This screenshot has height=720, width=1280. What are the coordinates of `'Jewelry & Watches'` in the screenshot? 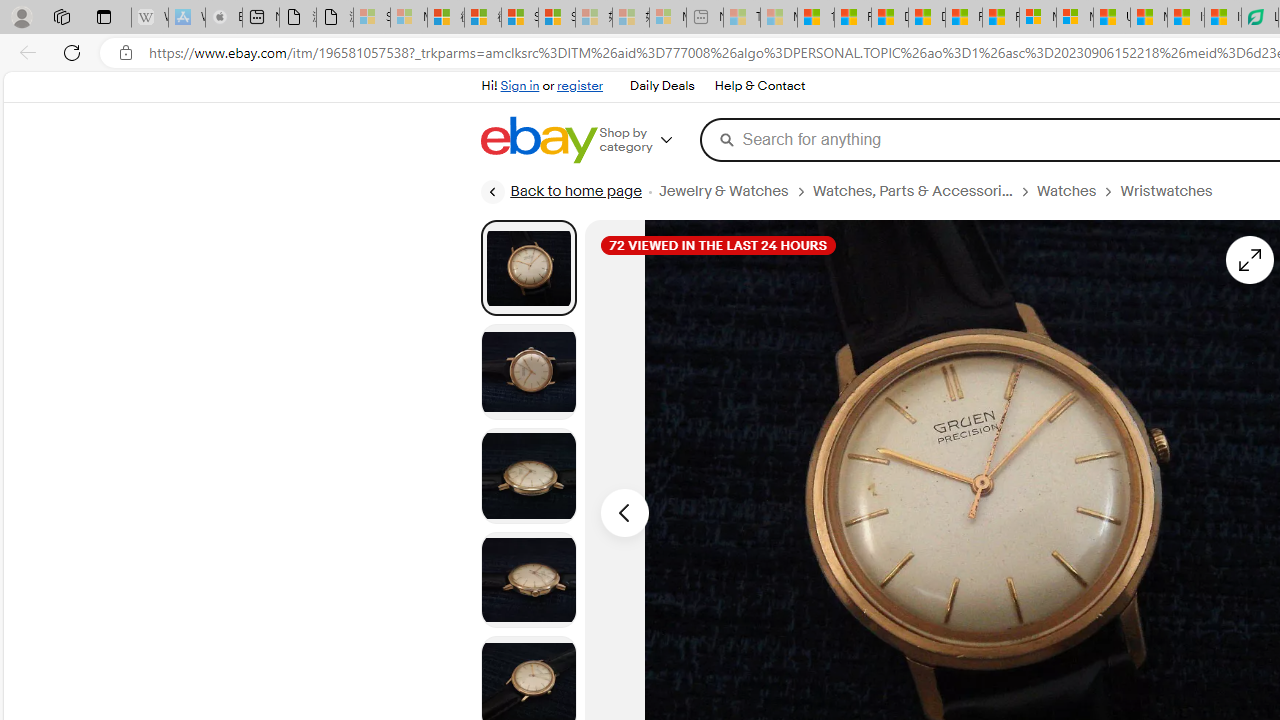 It's located at (734, 191).